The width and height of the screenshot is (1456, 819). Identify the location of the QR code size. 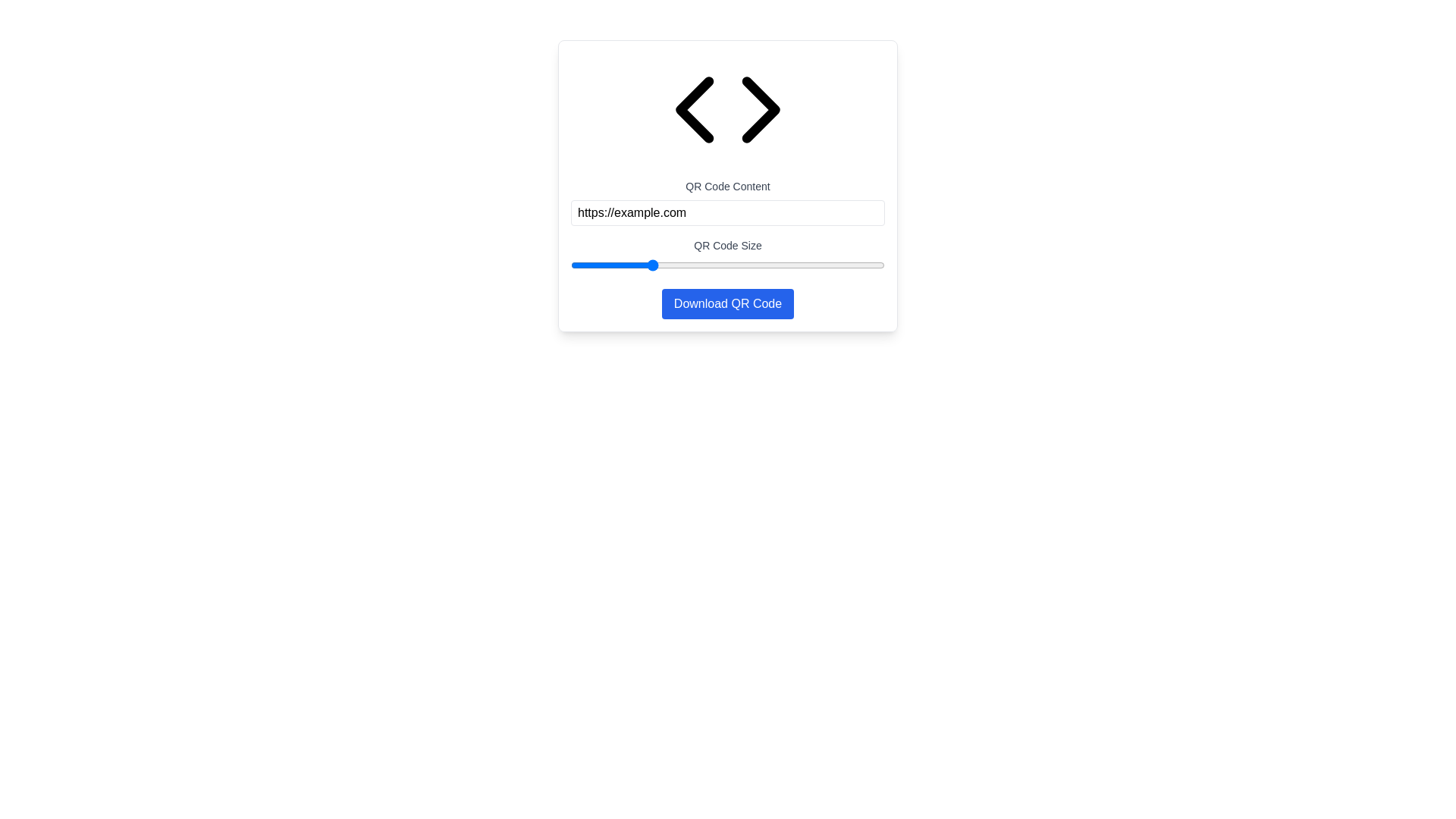
(810, 265).